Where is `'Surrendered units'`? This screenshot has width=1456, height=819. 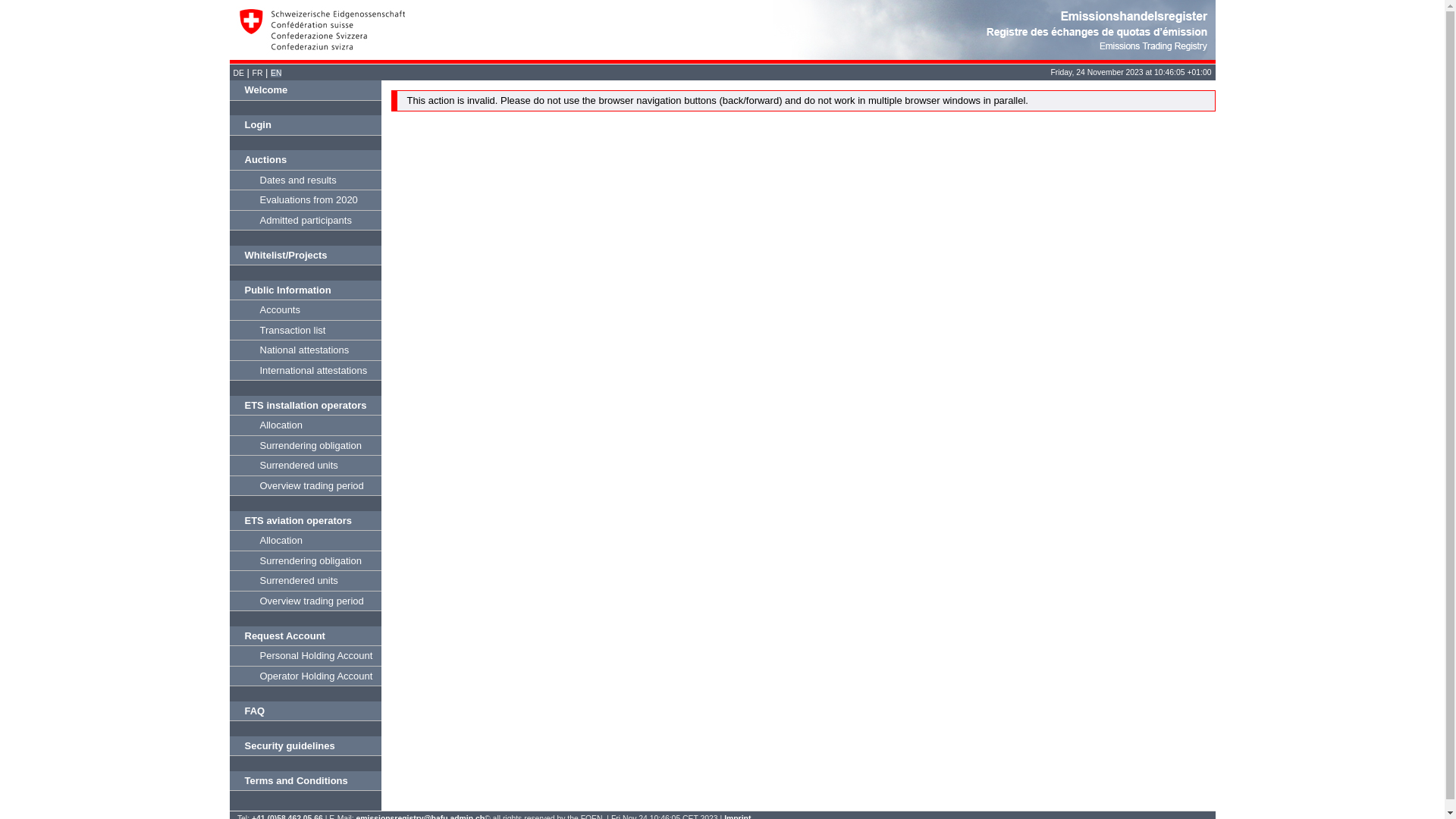
'Surrendered units' is located at coordinates (304, 465).